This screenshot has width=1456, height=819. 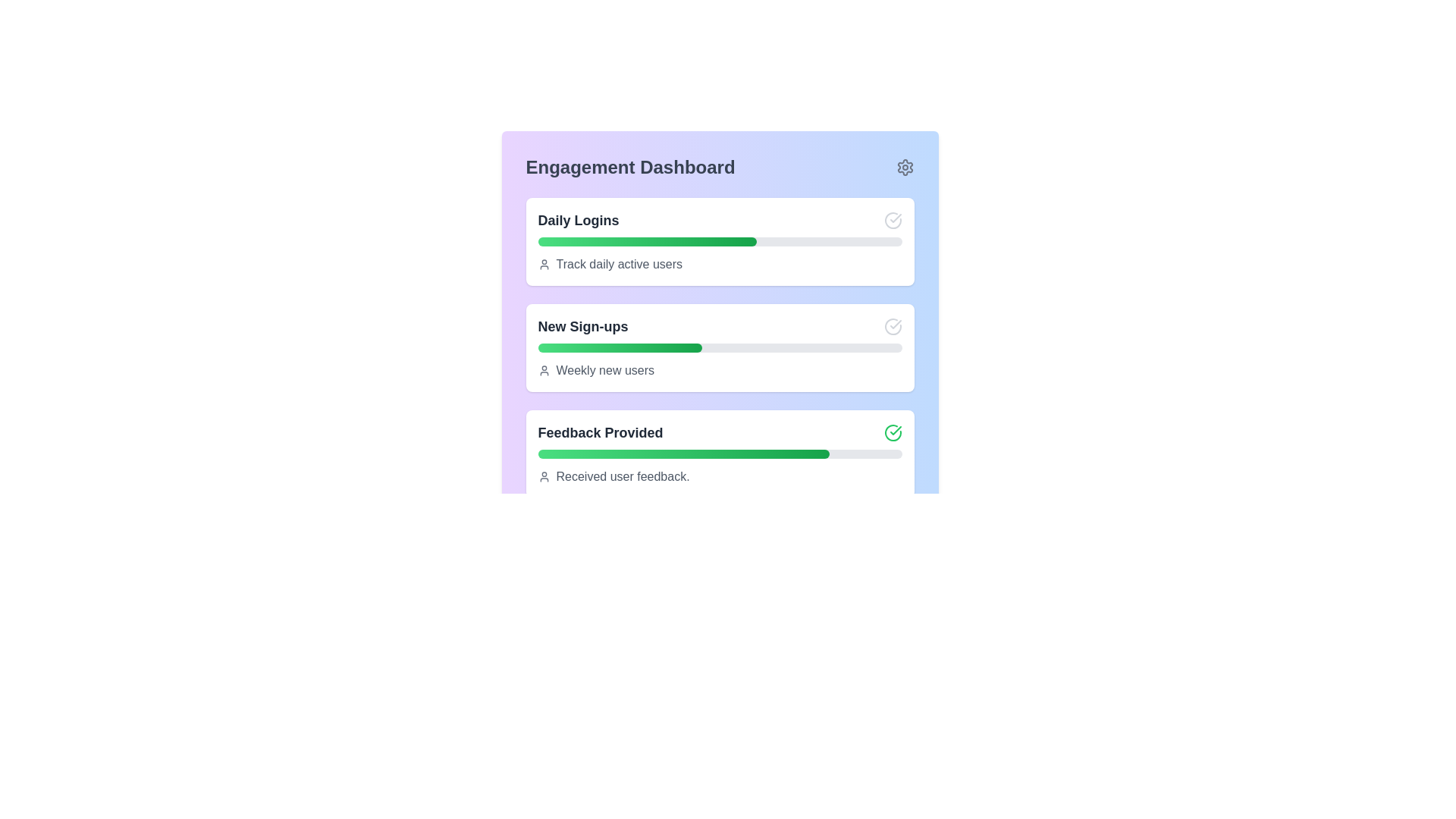 I want to click on the third card titled 'Feedback Provided' in the Engagement Dashboard, which has a white background, rounded corners, and displays a green checkmark icon, so click(x=719, y=453).